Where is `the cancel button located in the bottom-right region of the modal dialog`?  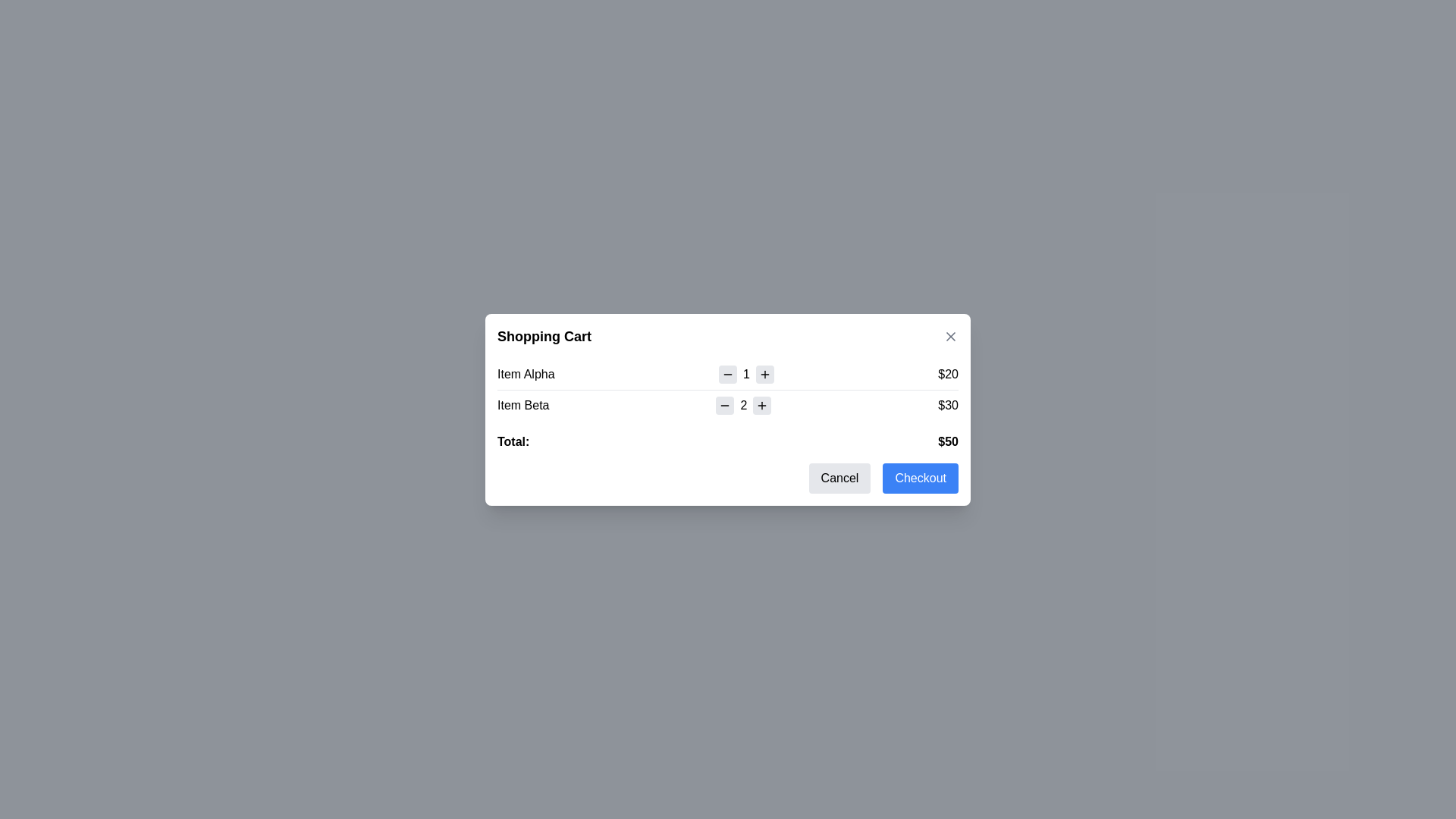 the cancel button located in the bottom-right region of the modal dialog is located at coordinates (839, 478).